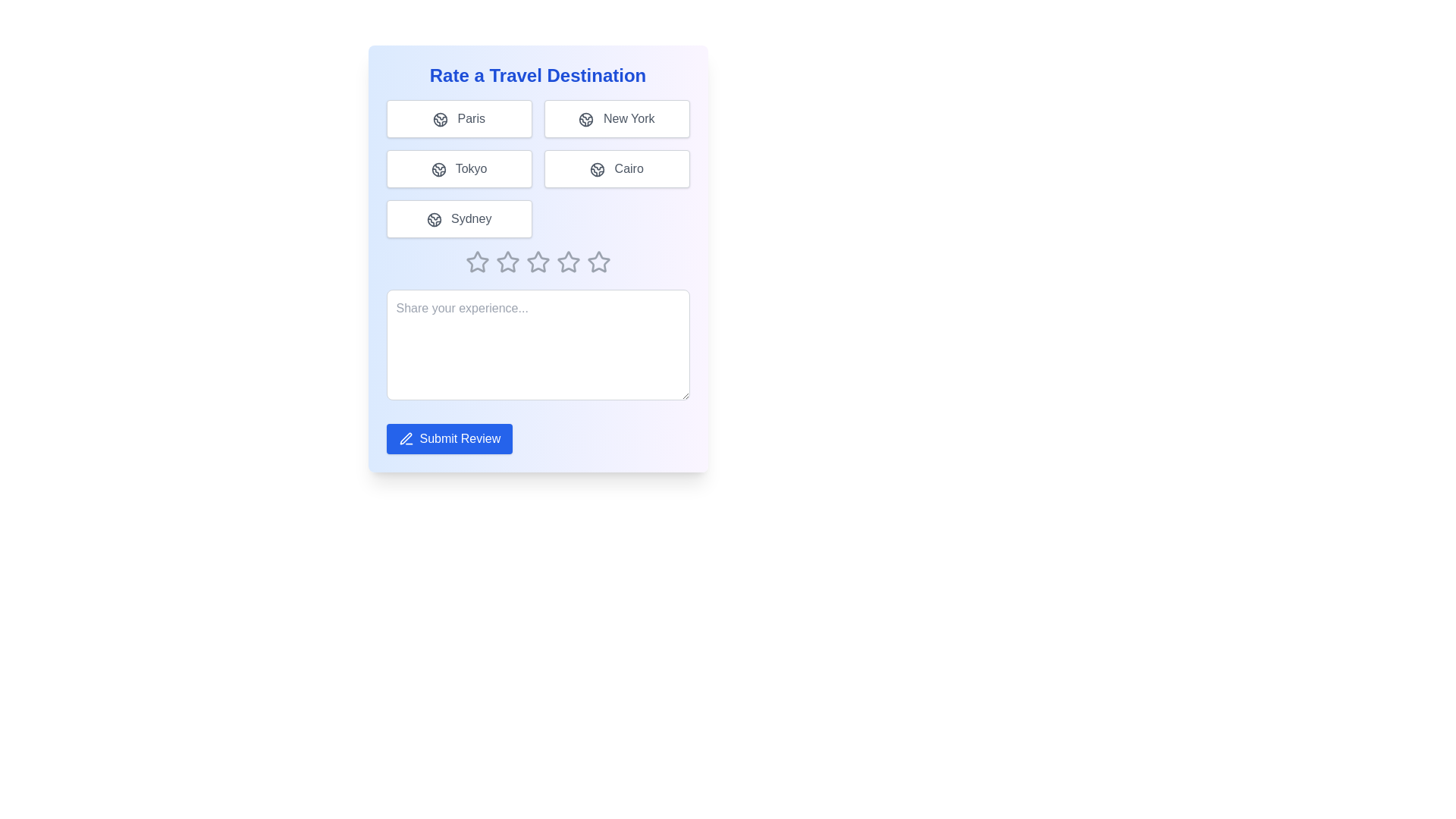 This screenshot has height=819, width=1456. Describe the element at coordinates (406, 438) in the screenshot. I see `the icon that signifies the purpose of the 'Submit Review' button, located at the left section within the button` at that location.